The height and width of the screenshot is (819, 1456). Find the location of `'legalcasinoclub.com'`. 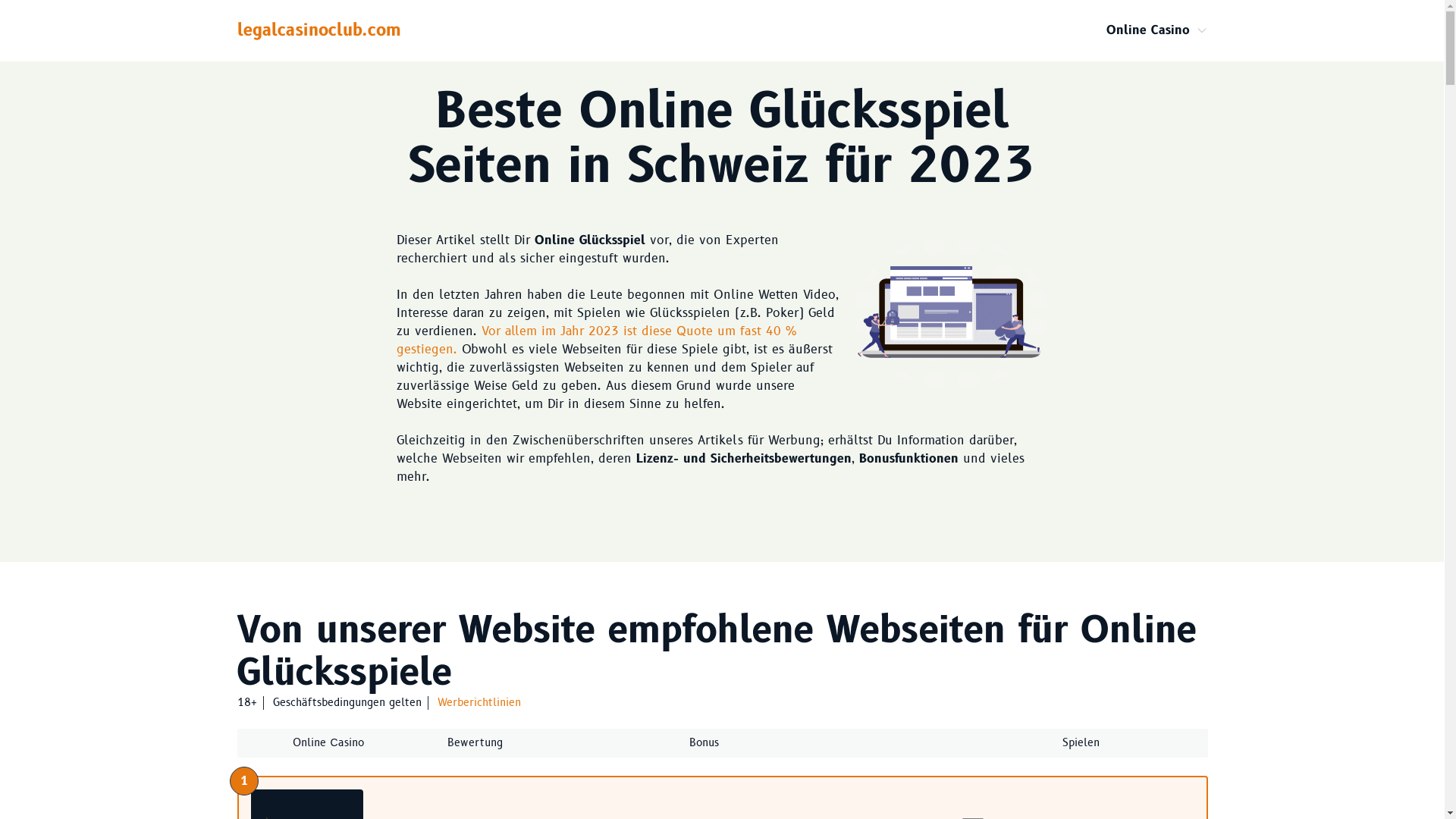

'legalcasinoclub.com' is located at coordinates (236, 30).